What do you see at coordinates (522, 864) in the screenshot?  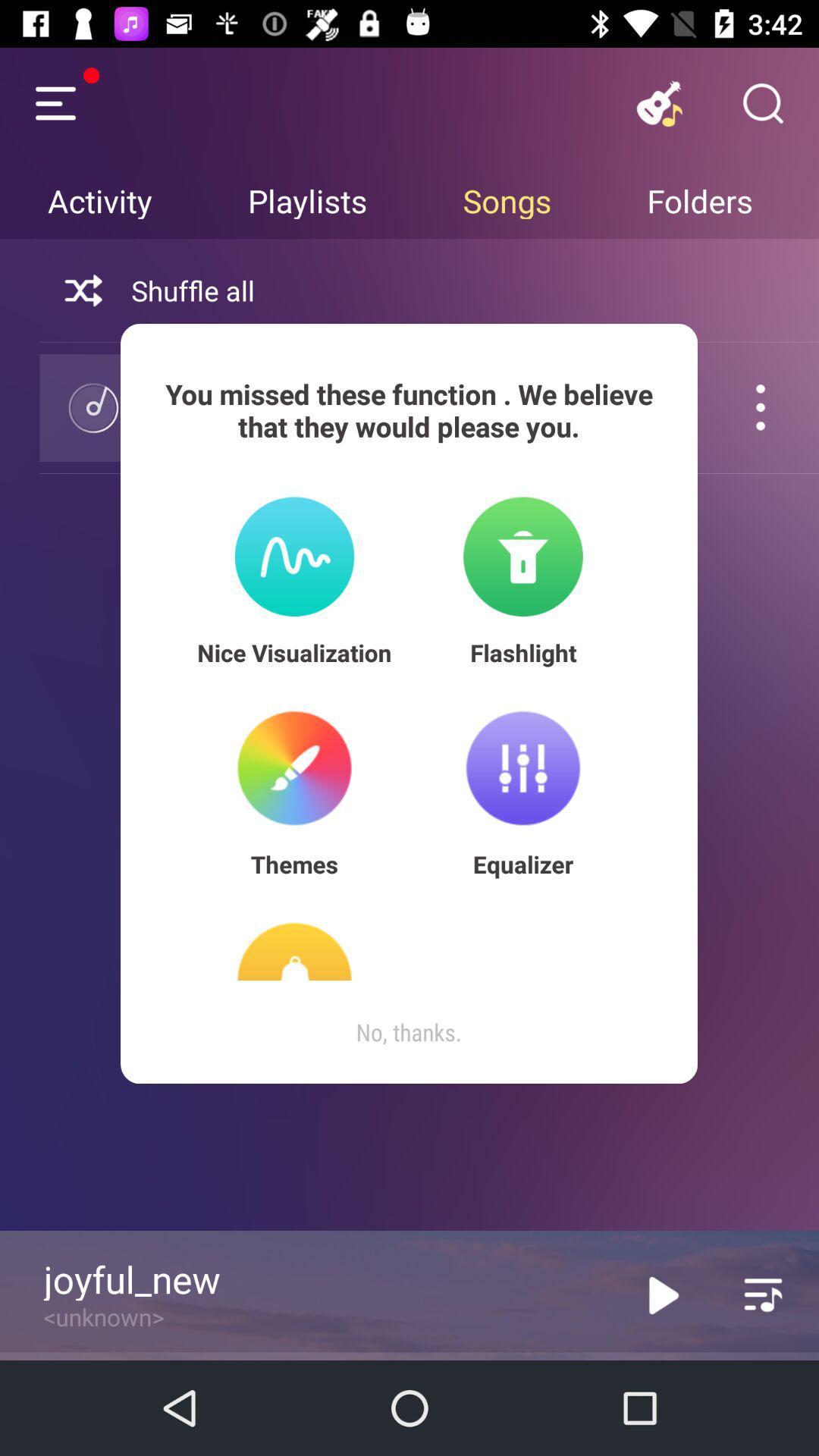 I see `equalizer icon` at bounding box center [522, 864].